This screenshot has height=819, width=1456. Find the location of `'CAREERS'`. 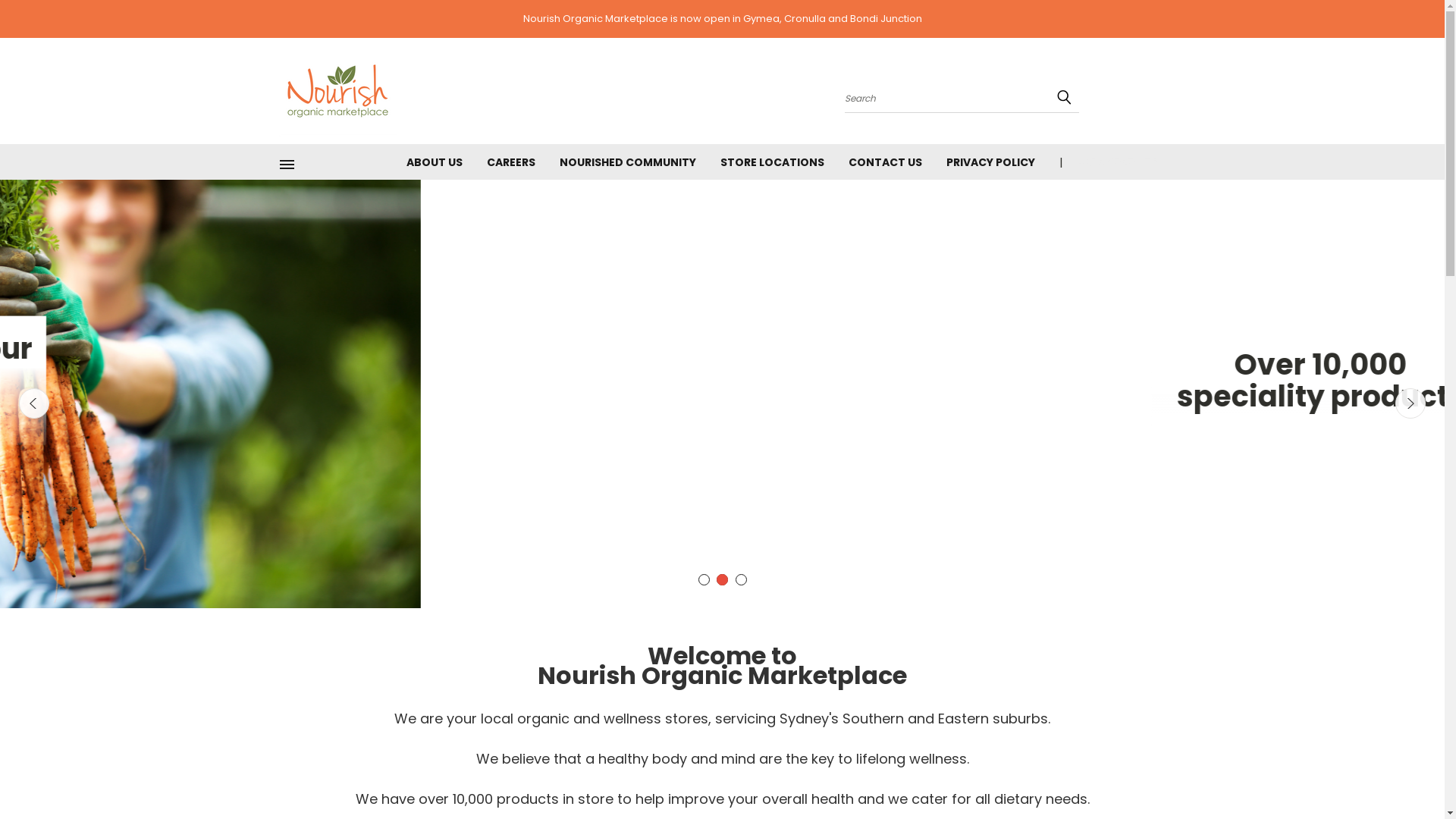

'CAREERS' is located at coordinates (510, 161).